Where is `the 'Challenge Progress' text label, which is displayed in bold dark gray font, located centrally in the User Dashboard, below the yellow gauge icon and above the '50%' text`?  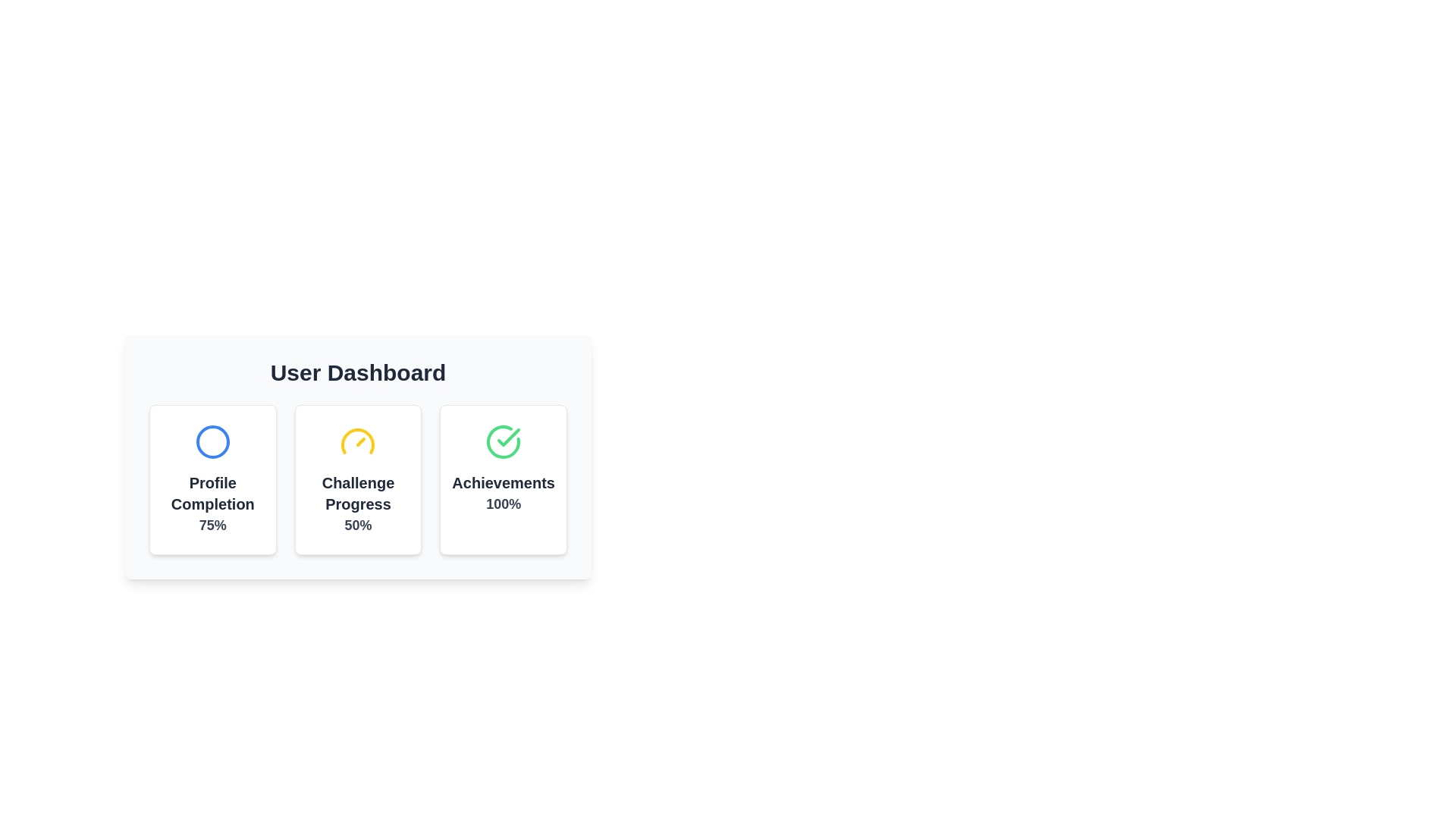
the 'Challenge Progress' text label, which is displayed in bold dark gray font, located centrally in the User Dashboard, below the yellow gauge icon and above the '50%' text is located at coordinates (357, 494).